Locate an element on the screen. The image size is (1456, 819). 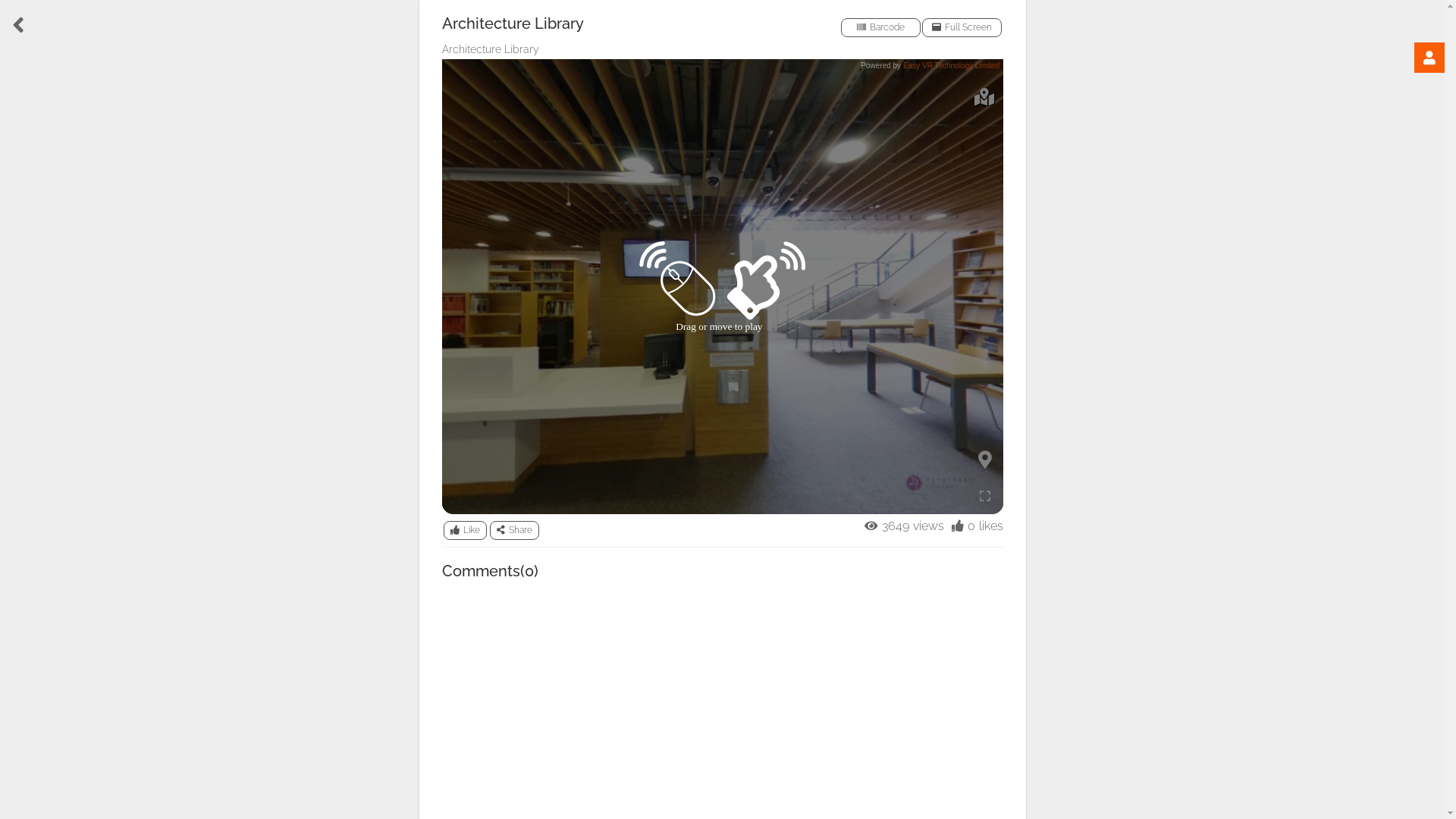
'Barcode' is located at coordinates (880, 27).